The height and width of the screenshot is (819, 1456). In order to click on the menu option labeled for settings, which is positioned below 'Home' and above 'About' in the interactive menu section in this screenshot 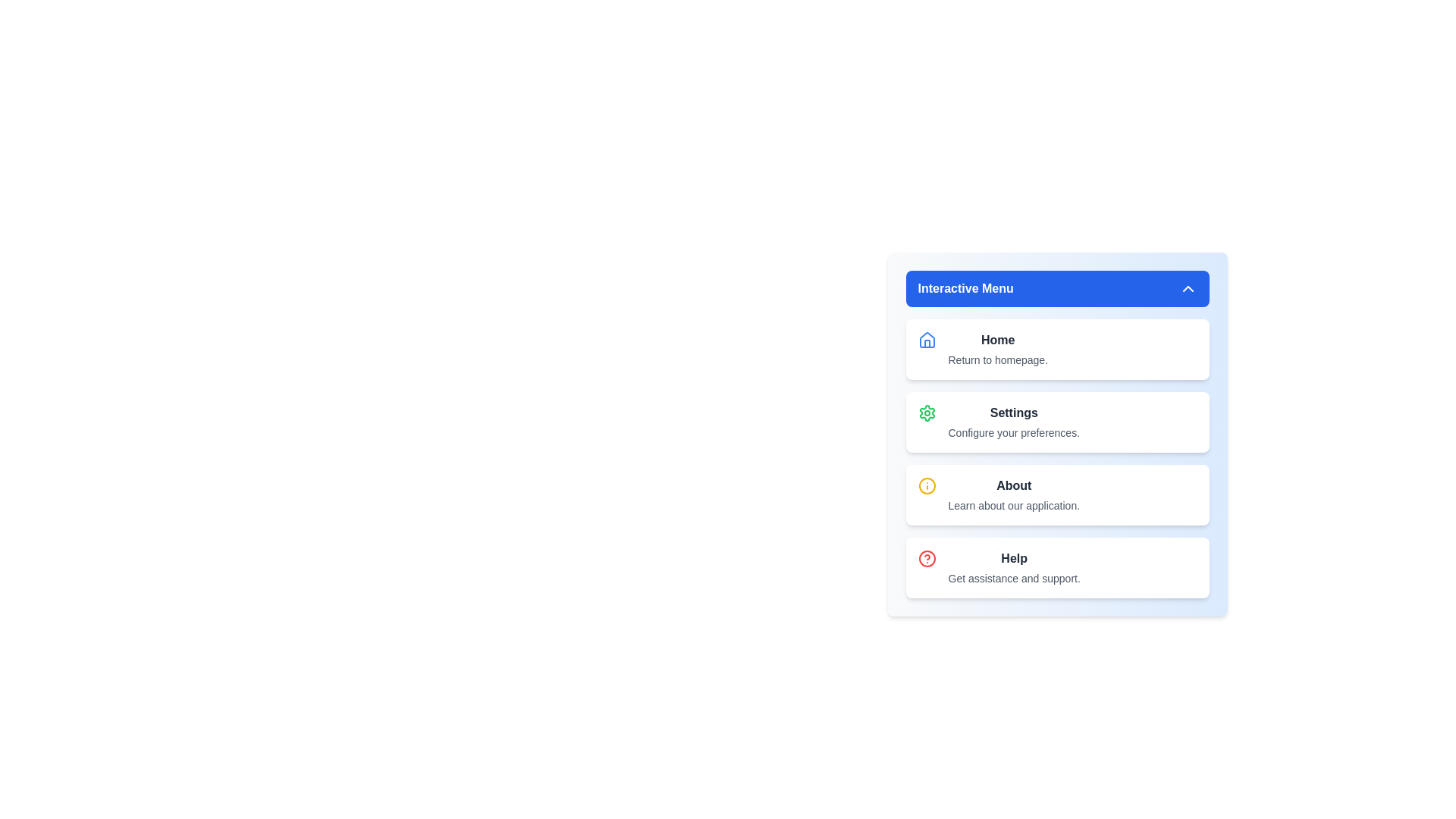, I will do `click(1014, 422)`.